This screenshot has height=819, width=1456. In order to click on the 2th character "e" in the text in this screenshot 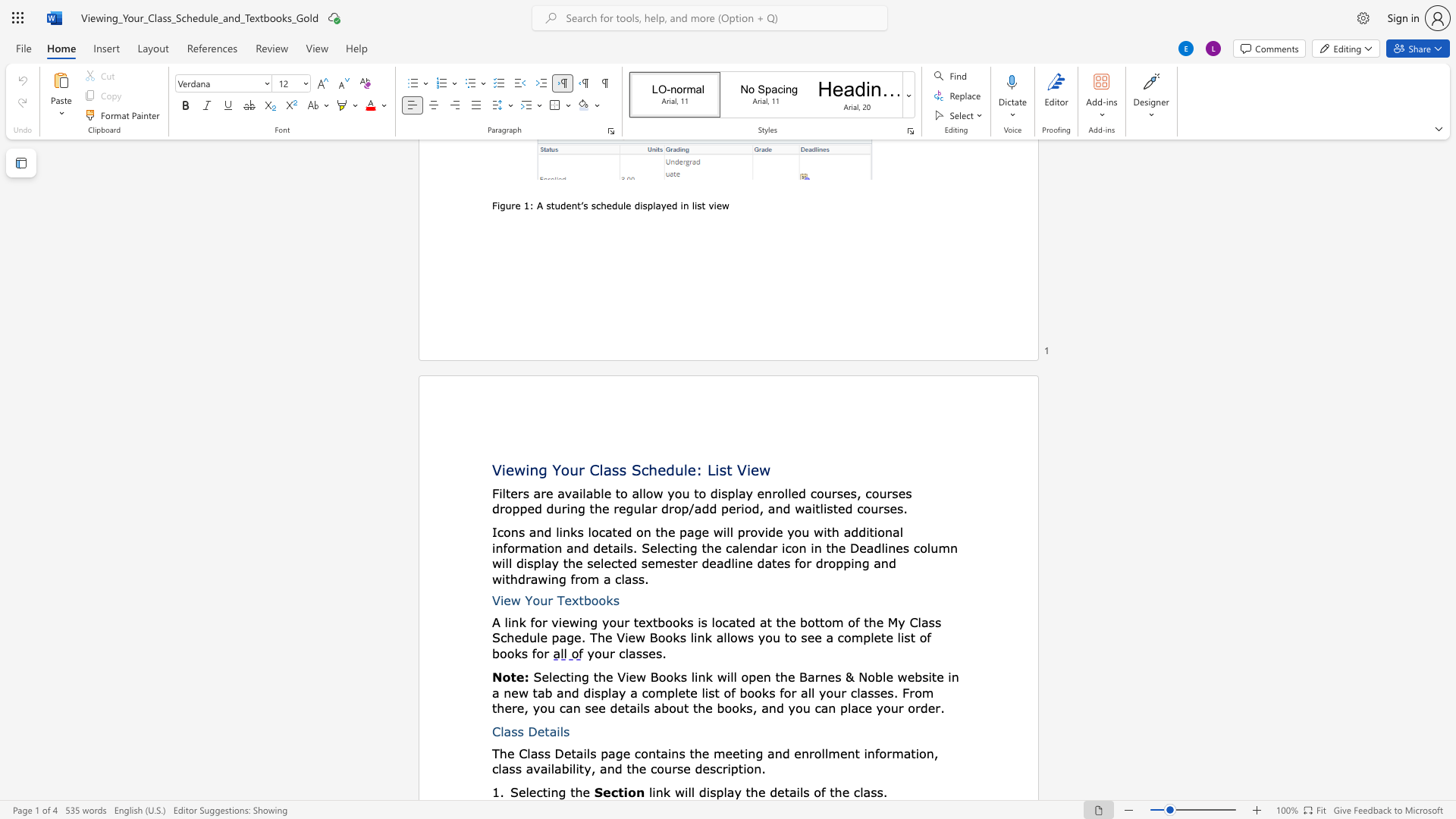, I will do `click(532, 791)`.